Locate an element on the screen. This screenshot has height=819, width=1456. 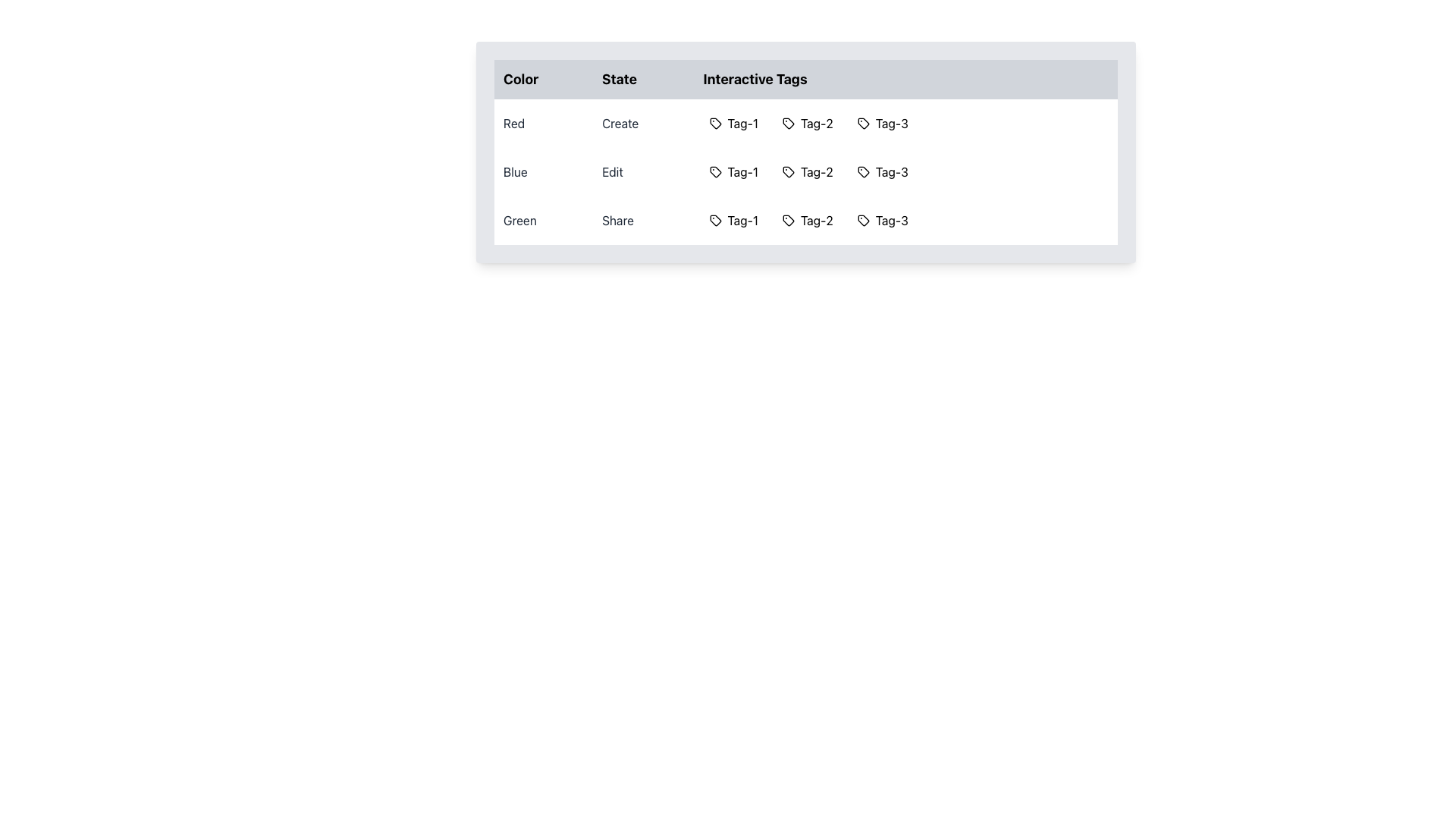
the tags in the second row of the structured table, which contains a blue-colored 'Edit' button for editing actions associated with the tags is located at coordinates (805, 171).